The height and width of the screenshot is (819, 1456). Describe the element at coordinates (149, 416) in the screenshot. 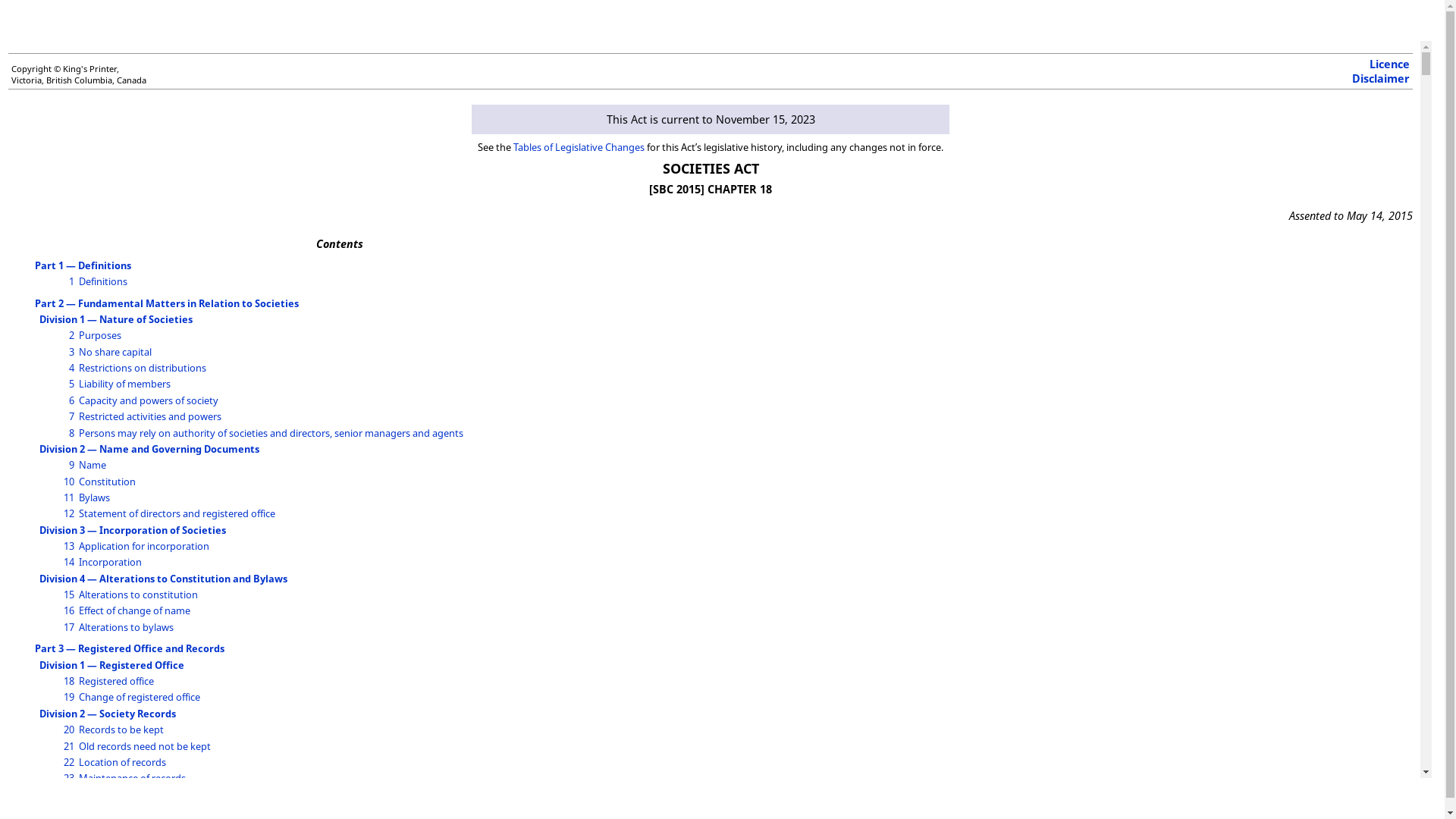

I see `'Restricted activities and powers'` at that location.